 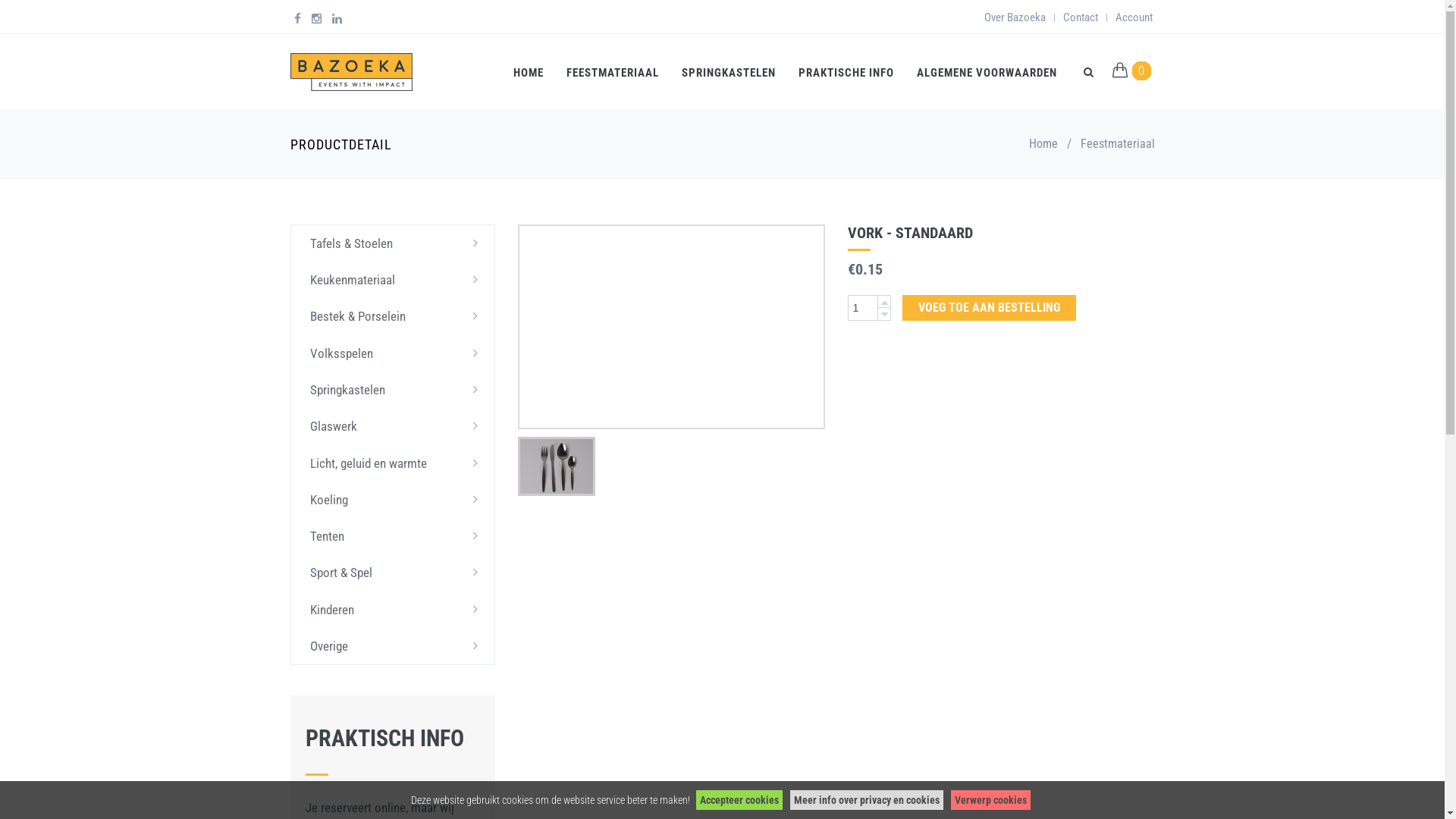 What do you see at coordinates (502, 72) in the screenshot?
I see `'HOME'` at bounding box center [502, 72].